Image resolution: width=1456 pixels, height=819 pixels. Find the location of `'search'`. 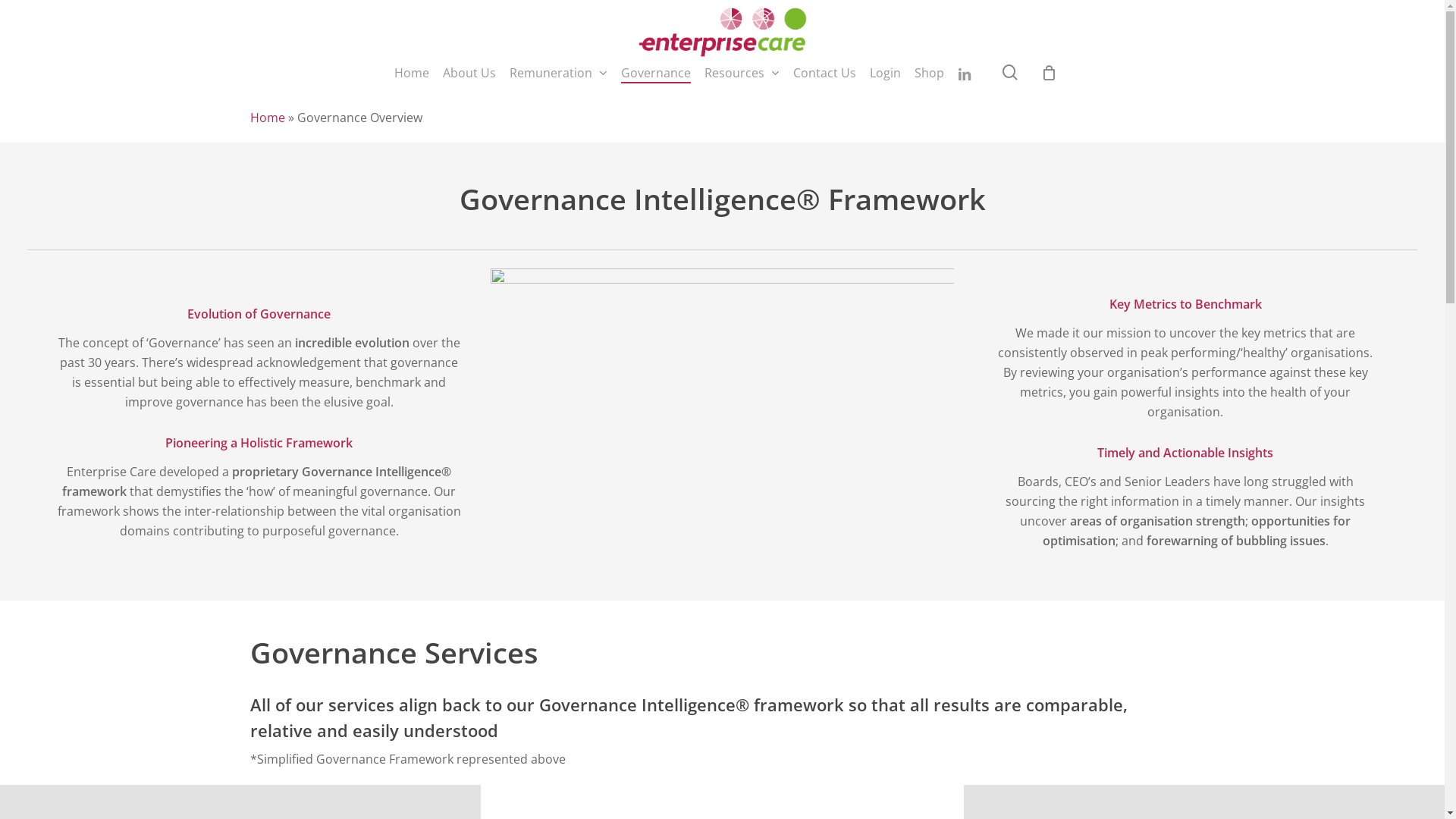

'search' is located at coordinates (1009, 72).